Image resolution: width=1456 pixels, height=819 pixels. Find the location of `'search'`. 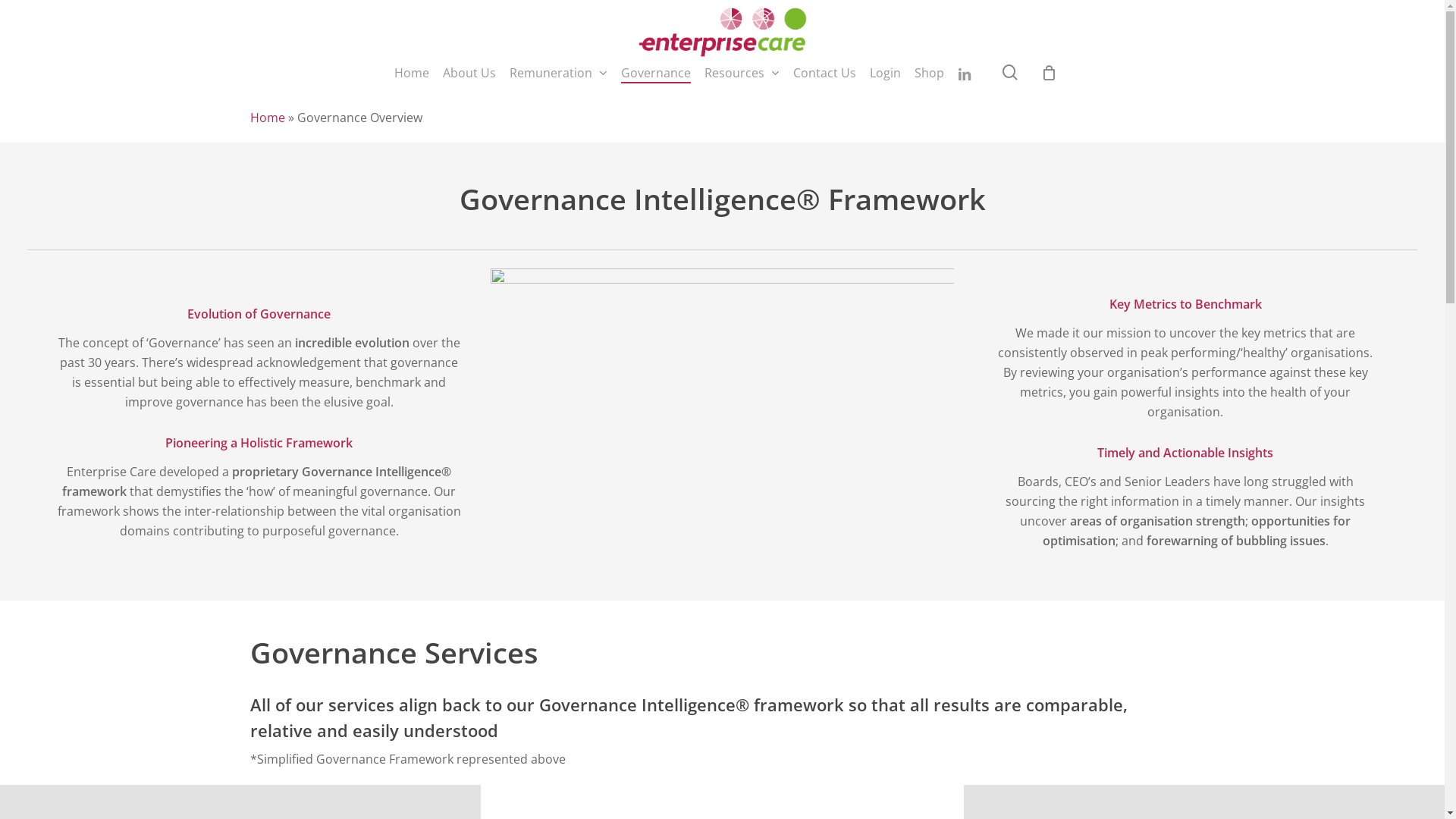

'search' is located at coordinates (1009, 72).